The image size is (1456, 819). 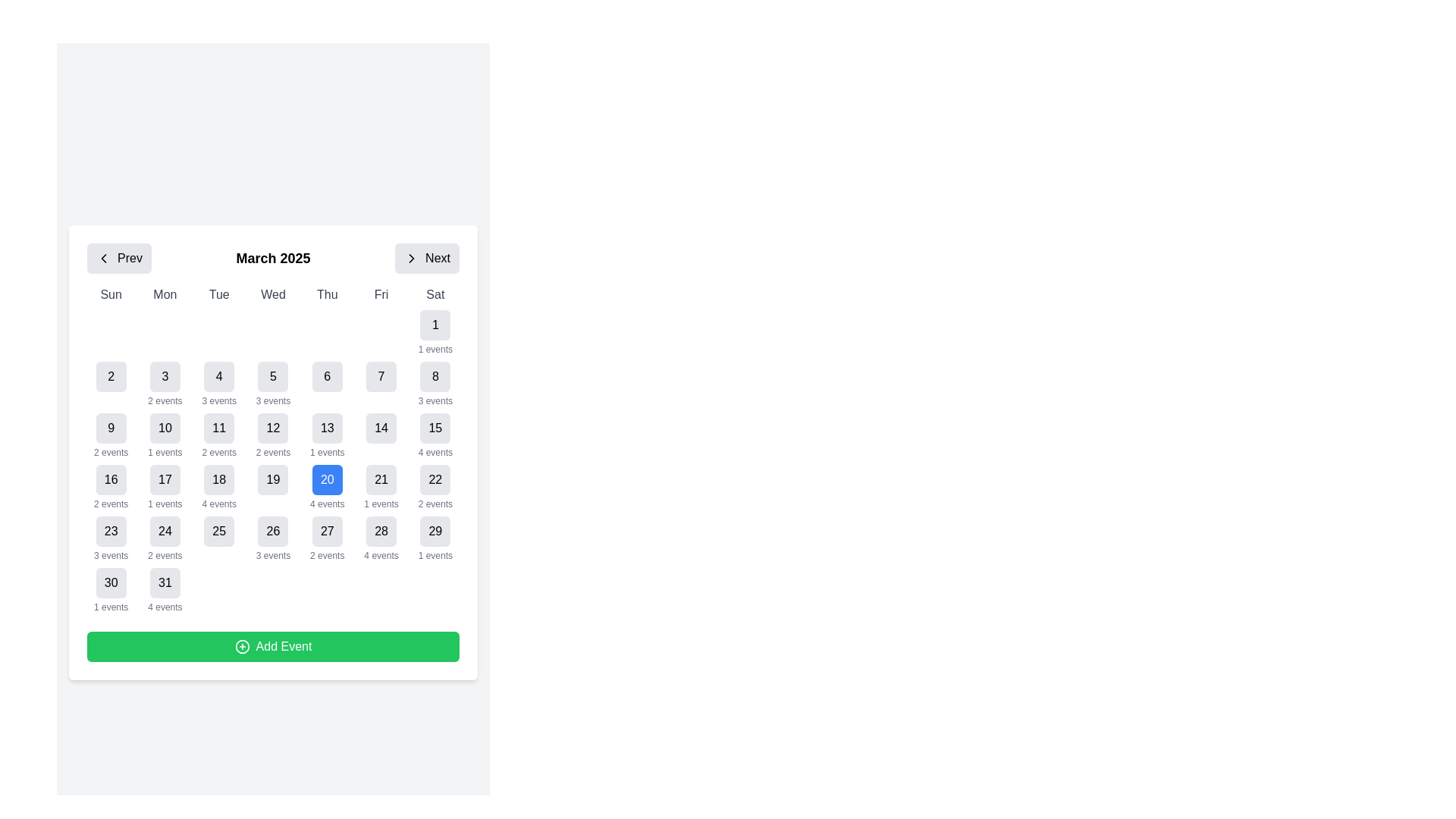 I want to click on the 'Prev' button on the calendar navigation header, so click(x=130, y=257).